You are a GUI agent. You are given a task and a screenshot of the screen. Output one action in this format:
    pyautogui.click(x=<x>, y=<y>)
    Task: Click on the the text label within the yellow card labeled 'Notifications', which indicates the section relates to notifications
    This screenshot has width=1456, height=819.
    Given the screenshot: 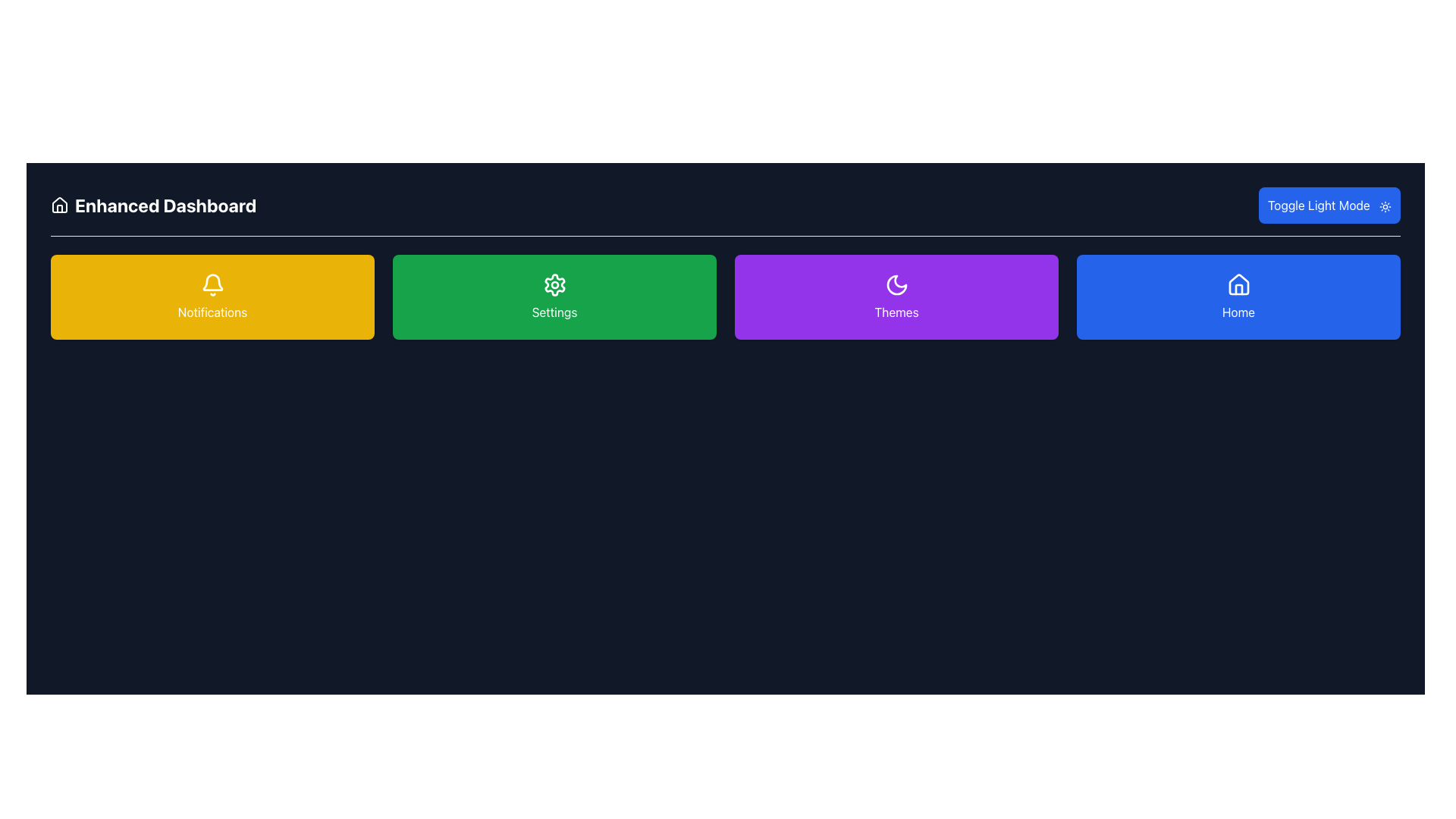 What is the action you would take?
    pyautogui.click(x=212, y=312)
    